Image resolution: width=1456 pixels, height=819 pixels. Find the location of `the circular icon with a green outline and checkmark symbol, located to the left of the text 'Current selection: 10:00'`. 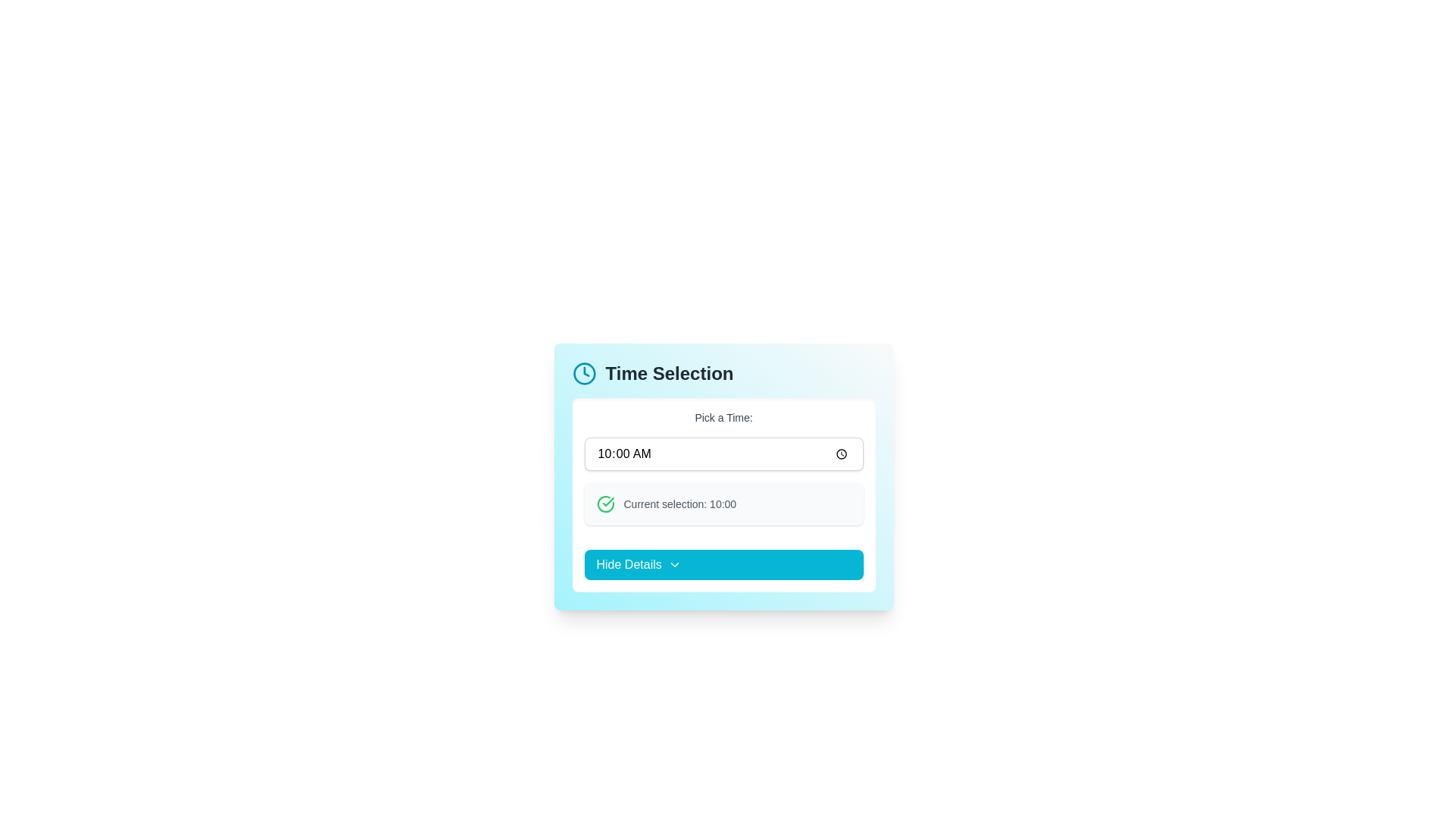

the circular icon with a green outline and checkmark symbol, located to the left of the text 'Current selection: 10:00' is located at coordinates (604, 504).